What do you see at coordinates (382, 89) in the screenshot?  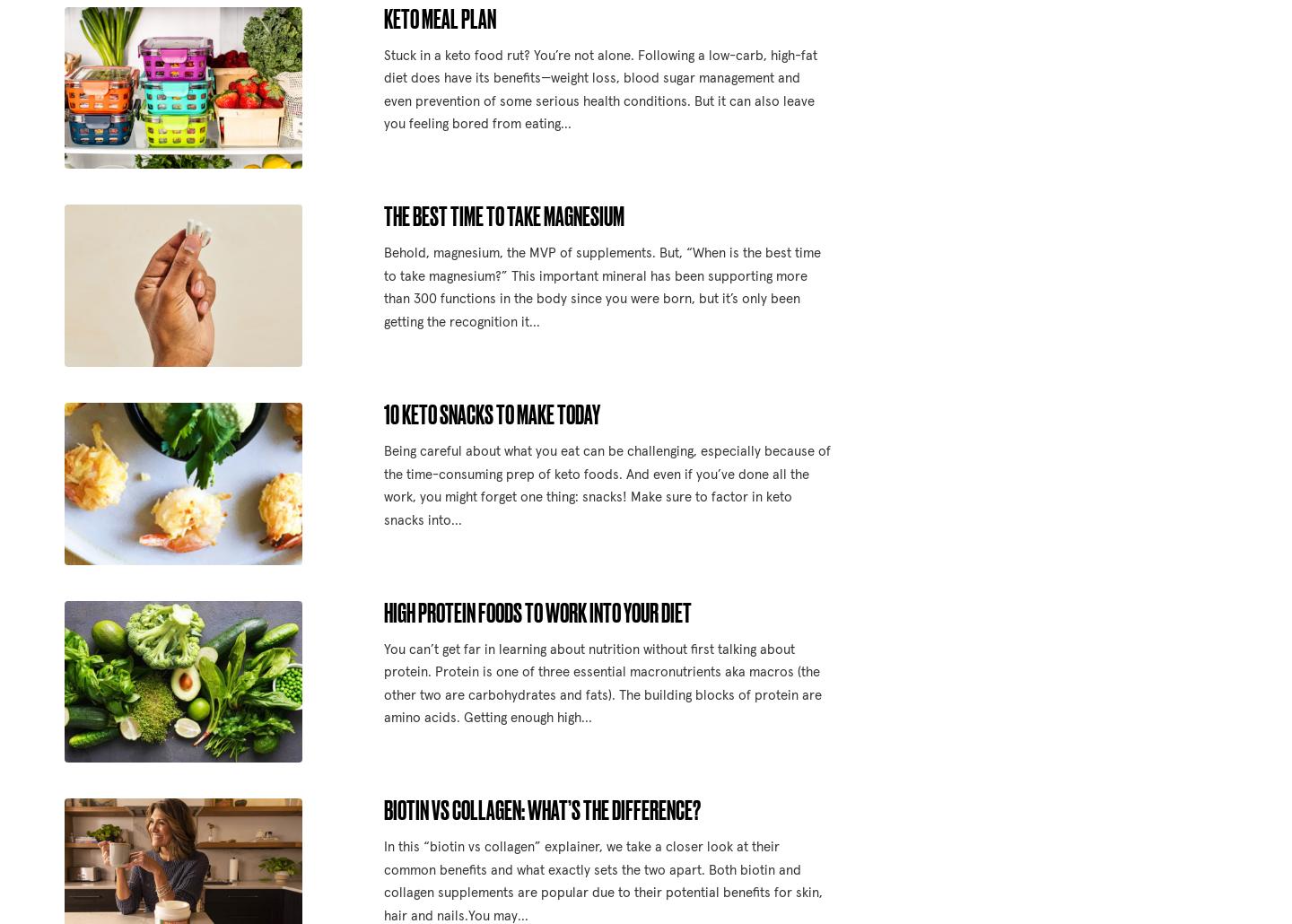 I see `'Stuck in a keto food rut? You’re not alone. Following a low-carb, high-fat diet does have its benefits—weight loss, blood sugar management and even prevention of some serious health conditions. But it can also leave you feeling bored from eating...'` at bounding box center [382, 89].